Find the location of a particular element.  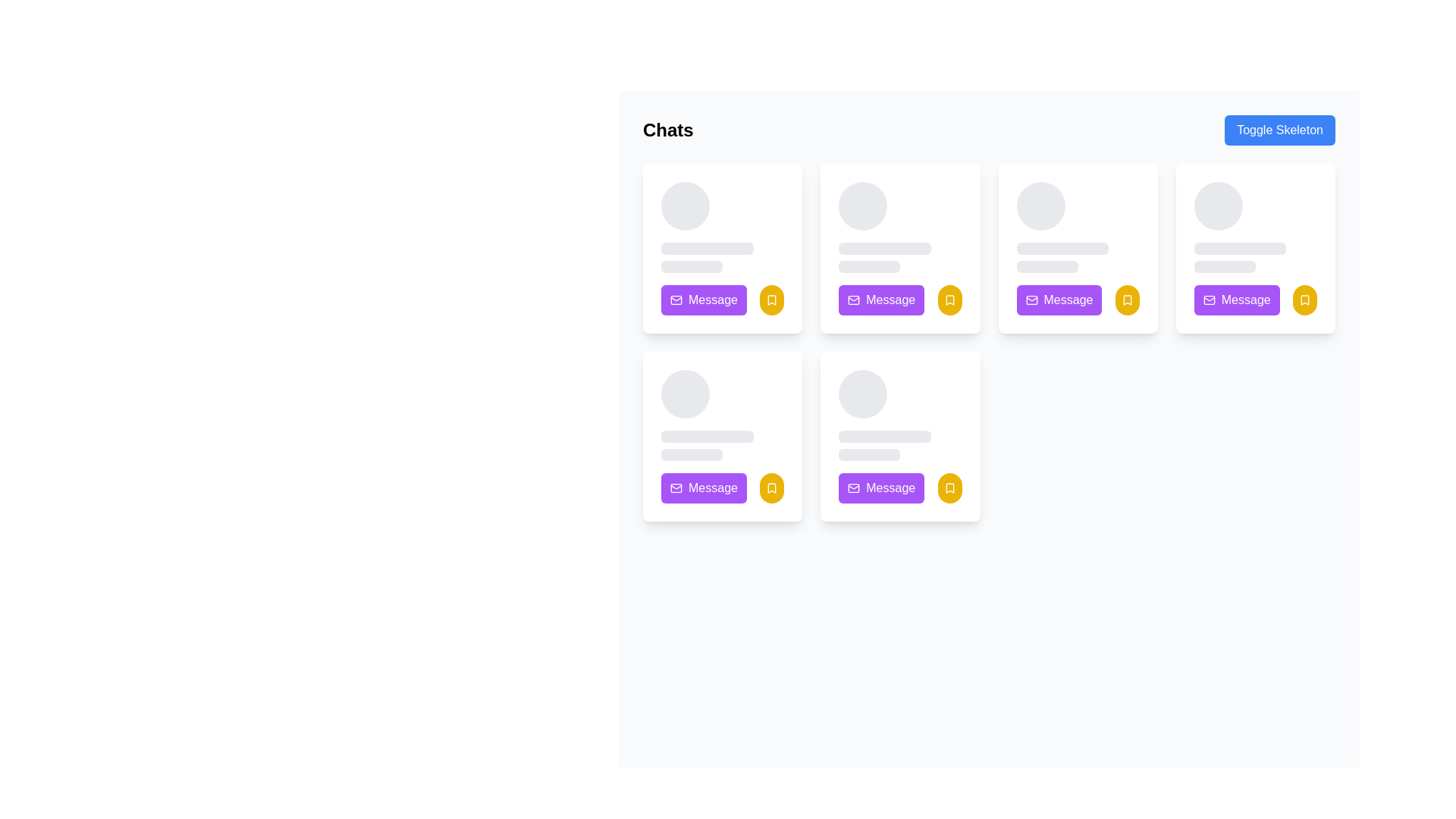

the purple rectangular button labeled 'Message' located in the lower section of the card component in the second column of the top row of cards within the 'Chats' section to initiate an action is located at coordinates (900, 300).